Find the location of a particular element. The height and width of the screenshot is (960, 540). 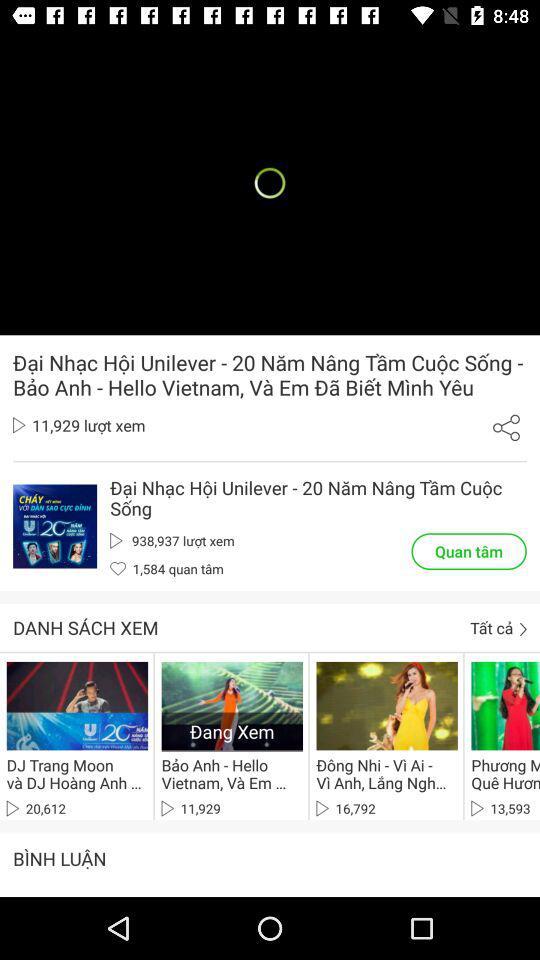

13,593 item is located at coordinates (500, 808).